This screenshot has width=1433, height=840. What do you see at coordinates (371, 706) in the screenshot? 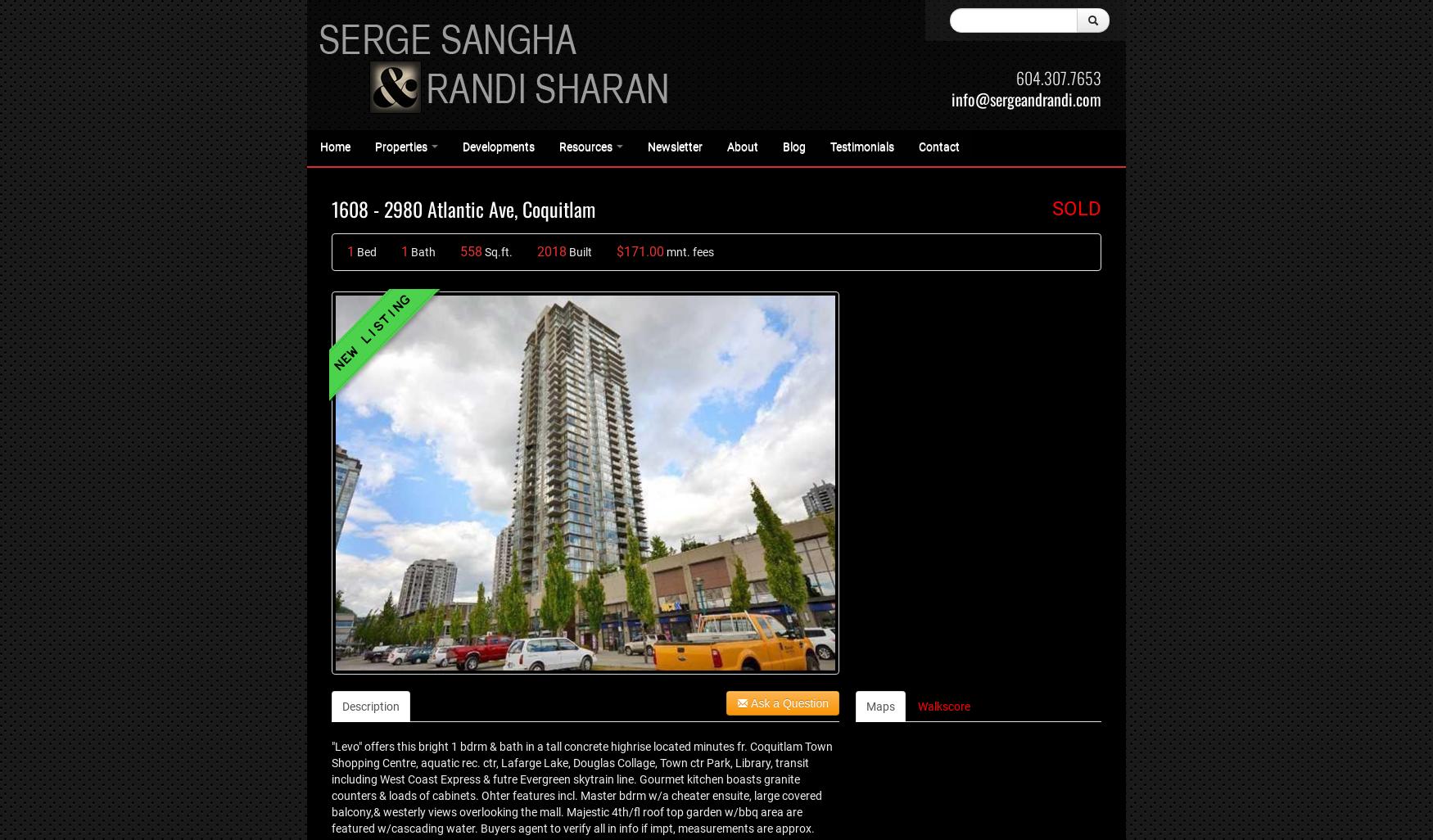
I see `'Description'` at bounding box center [371, 706].